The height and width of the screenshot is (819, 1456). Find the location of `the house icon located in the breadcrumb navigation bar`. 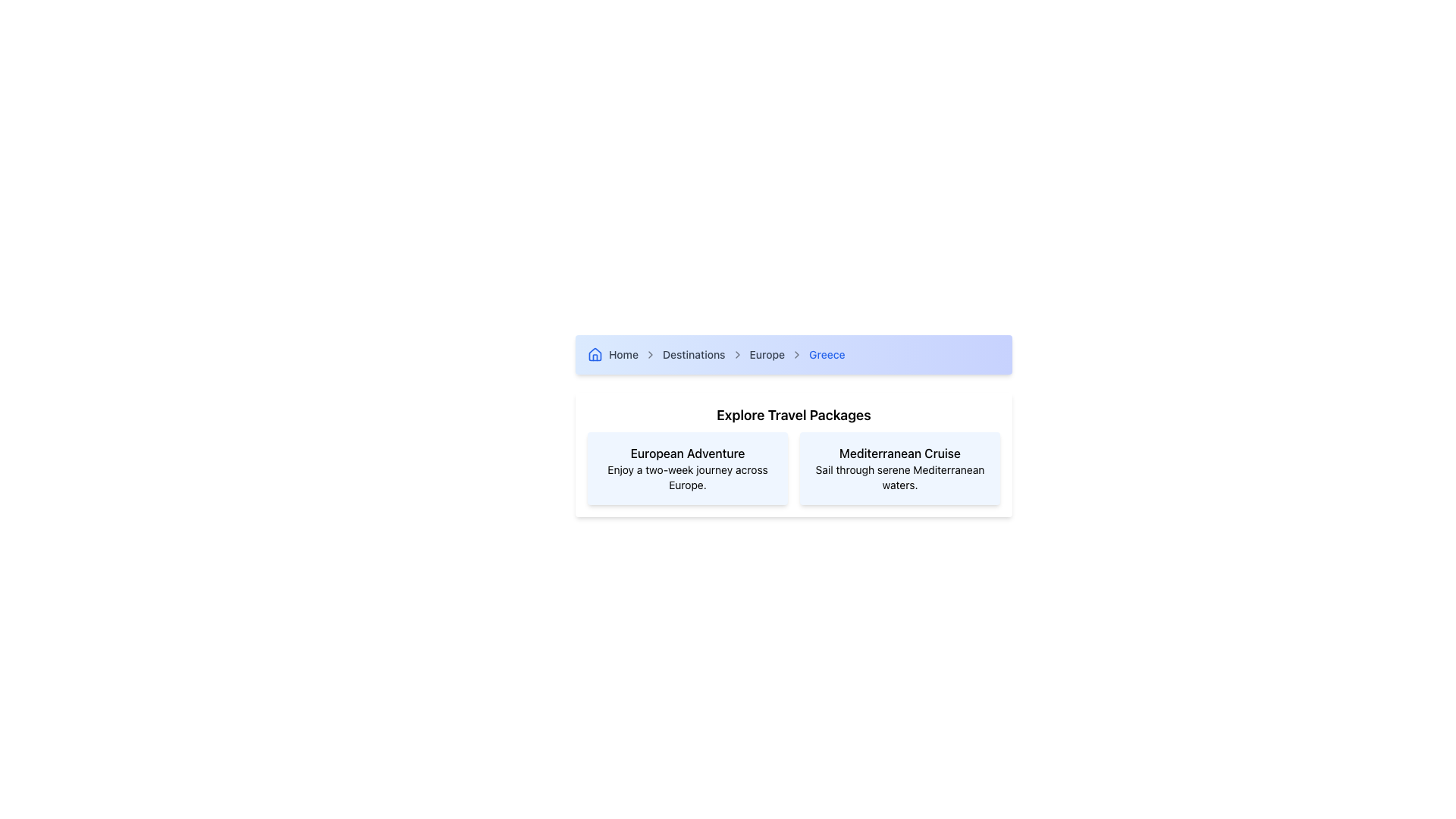

the house icon located in the breadcrumb navigation bar is located at coordinates (595, 353).